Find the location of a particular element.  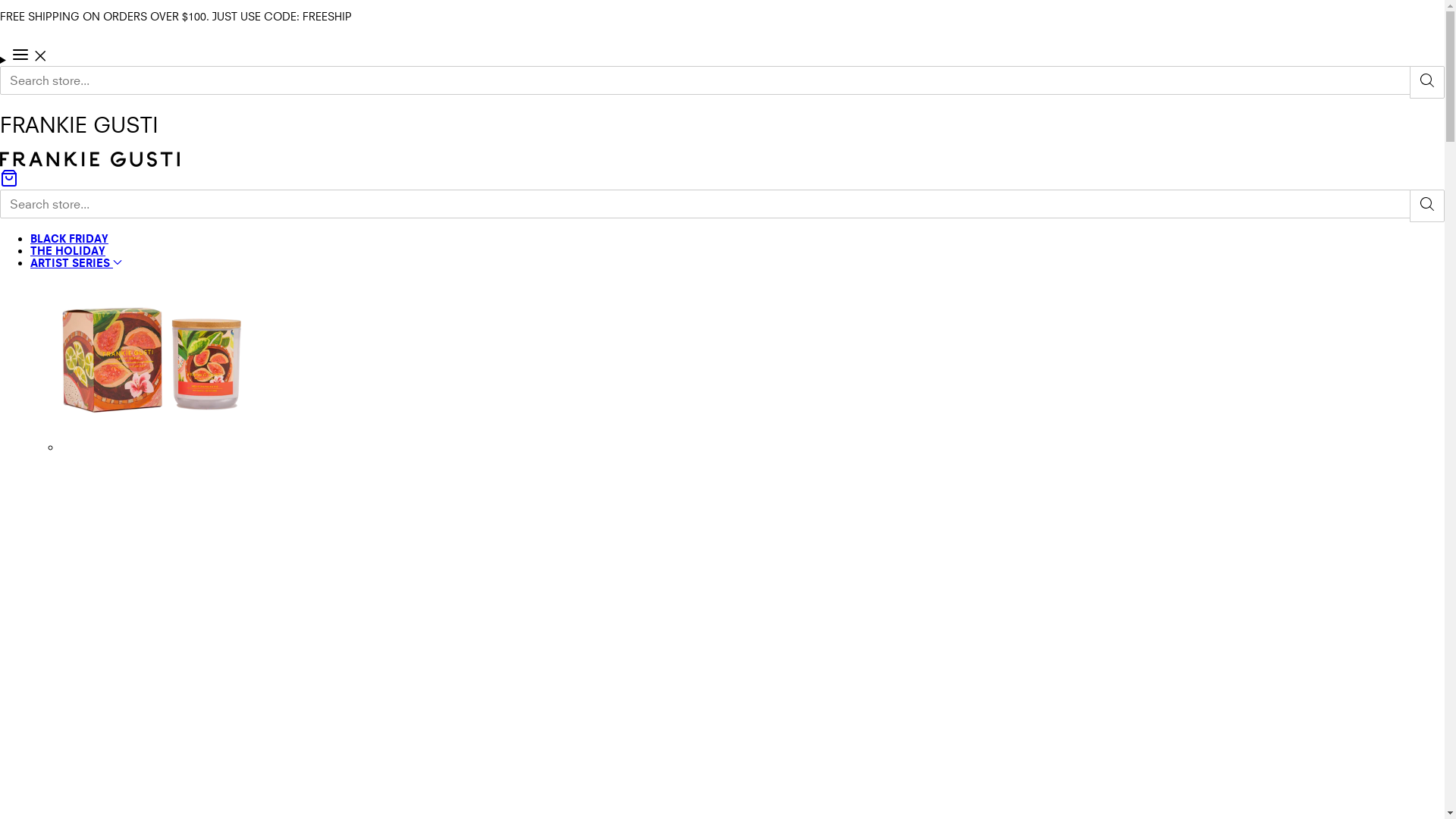

'BLACK FRIDAY' is located at coordinates (68, 238).